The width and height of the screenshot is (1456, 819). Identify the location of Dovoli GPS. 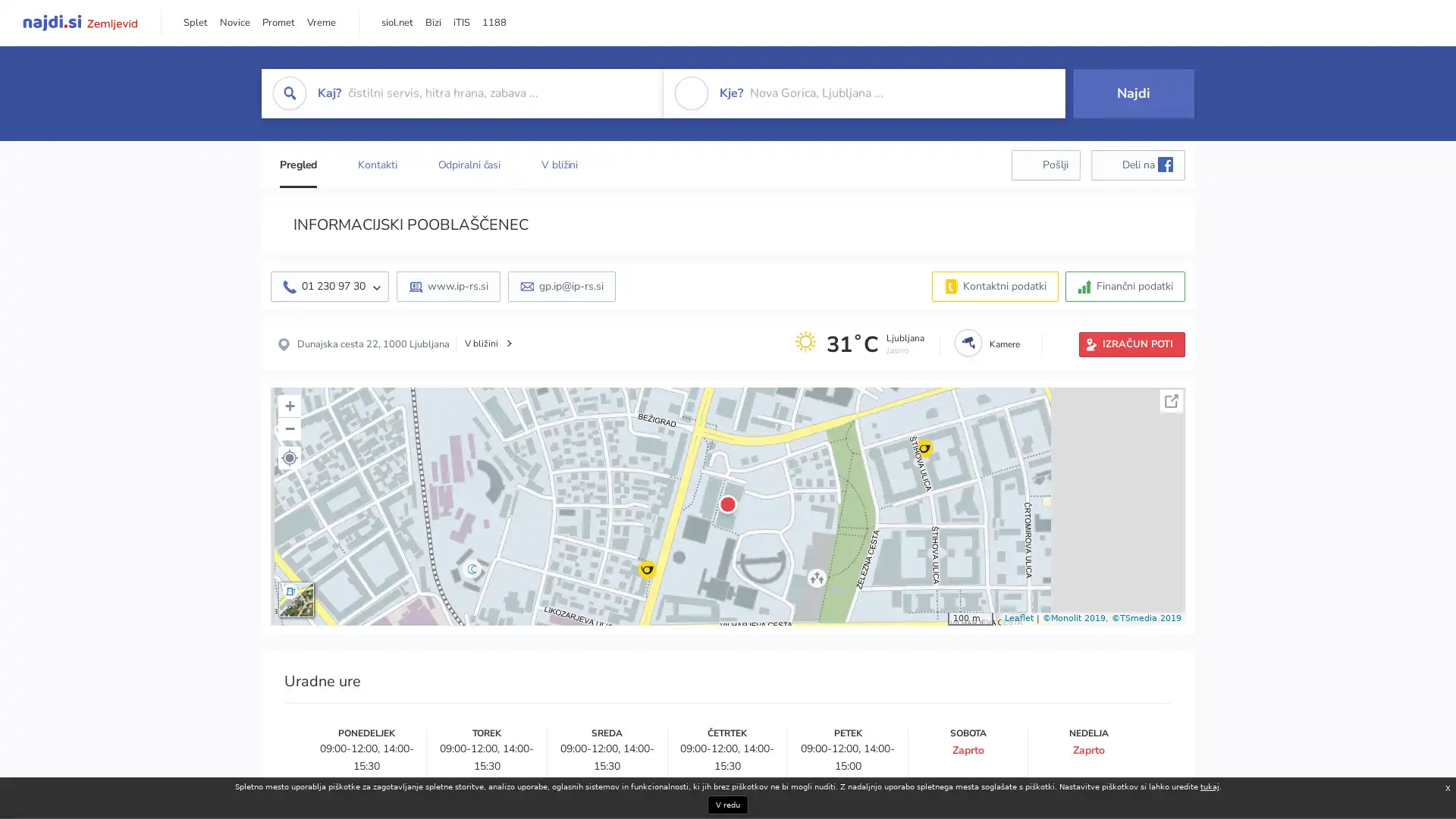
(290, 456).